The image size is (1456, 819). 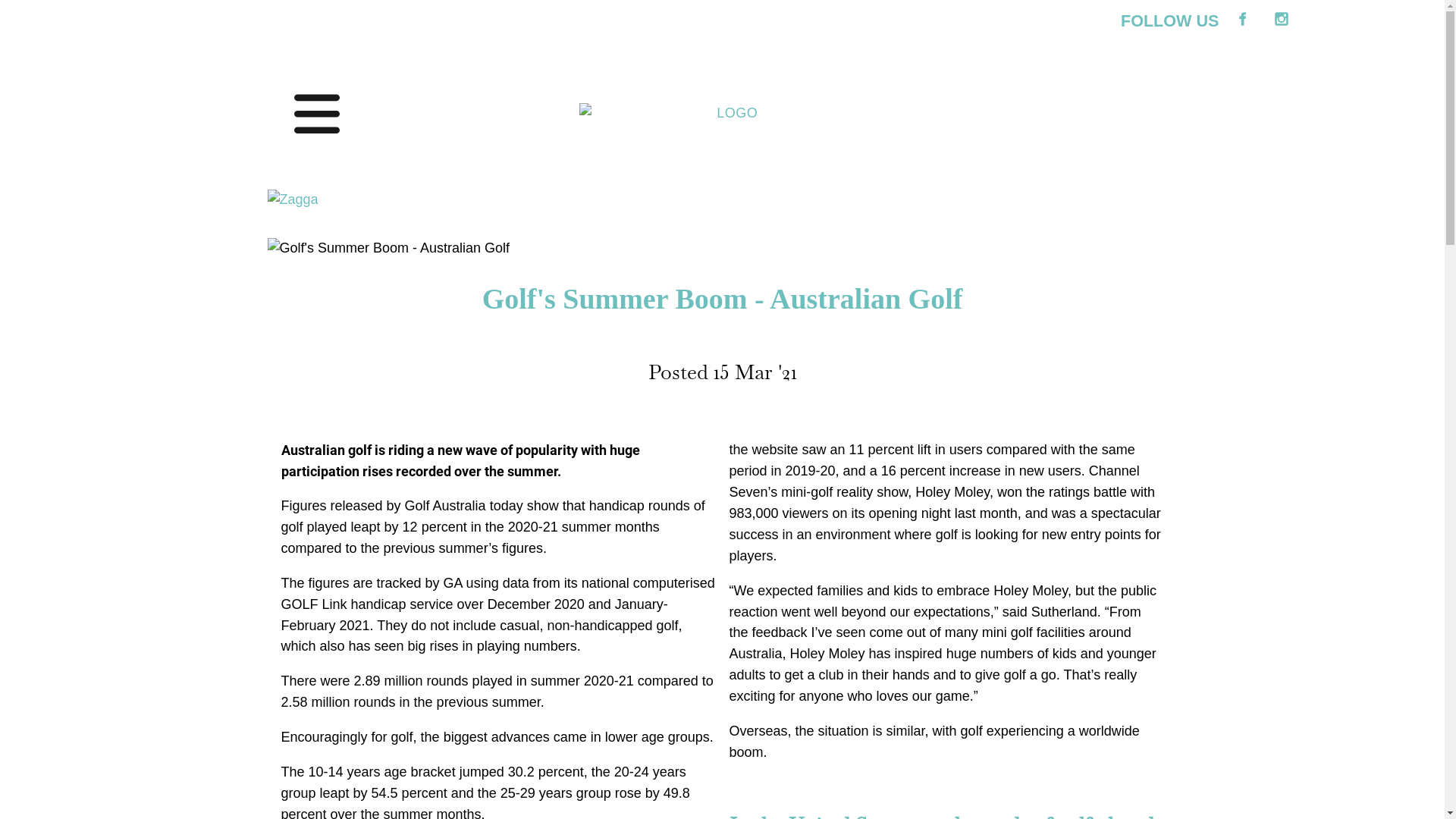 I want to click on 'Facebook', so click(x=1222, y=18).